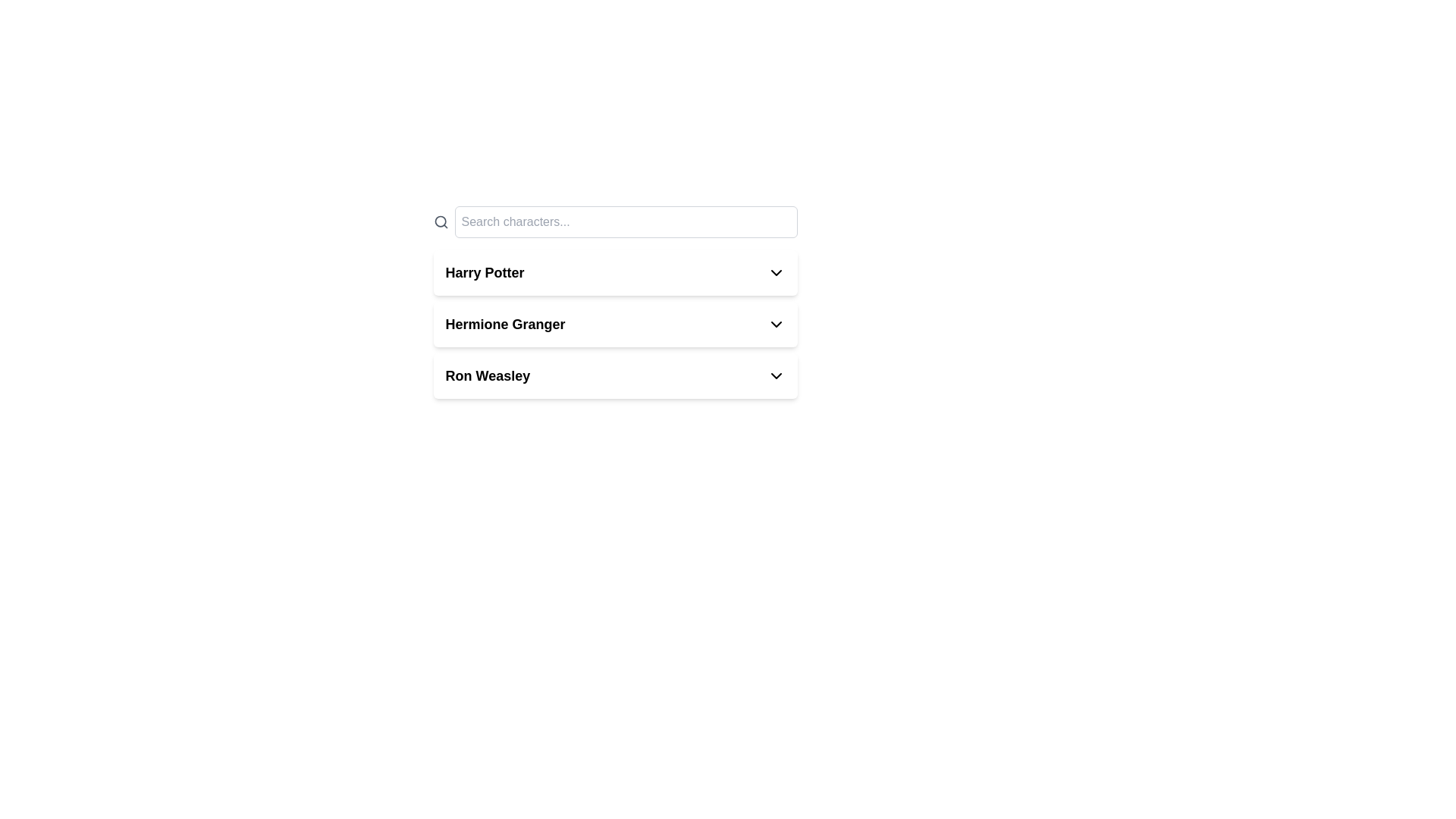 The height and width of the screenshot is (819, 1456). Describe the element at coordinates (484, 271) in the screenshot. I see `the 'Harry Potter' text label` at that location.